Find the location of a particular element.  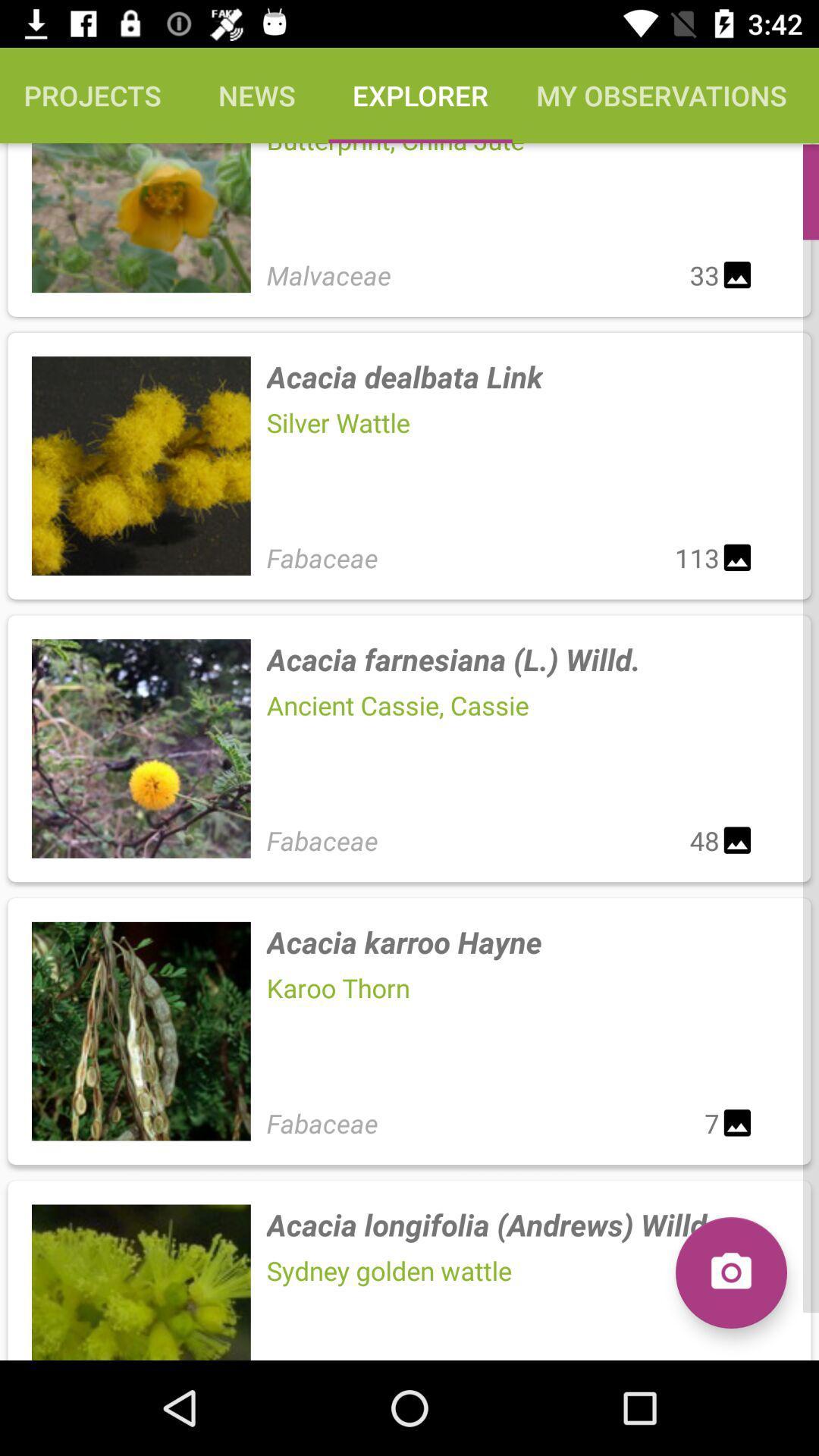

the photo icon is located at coordinates (730, 1272).